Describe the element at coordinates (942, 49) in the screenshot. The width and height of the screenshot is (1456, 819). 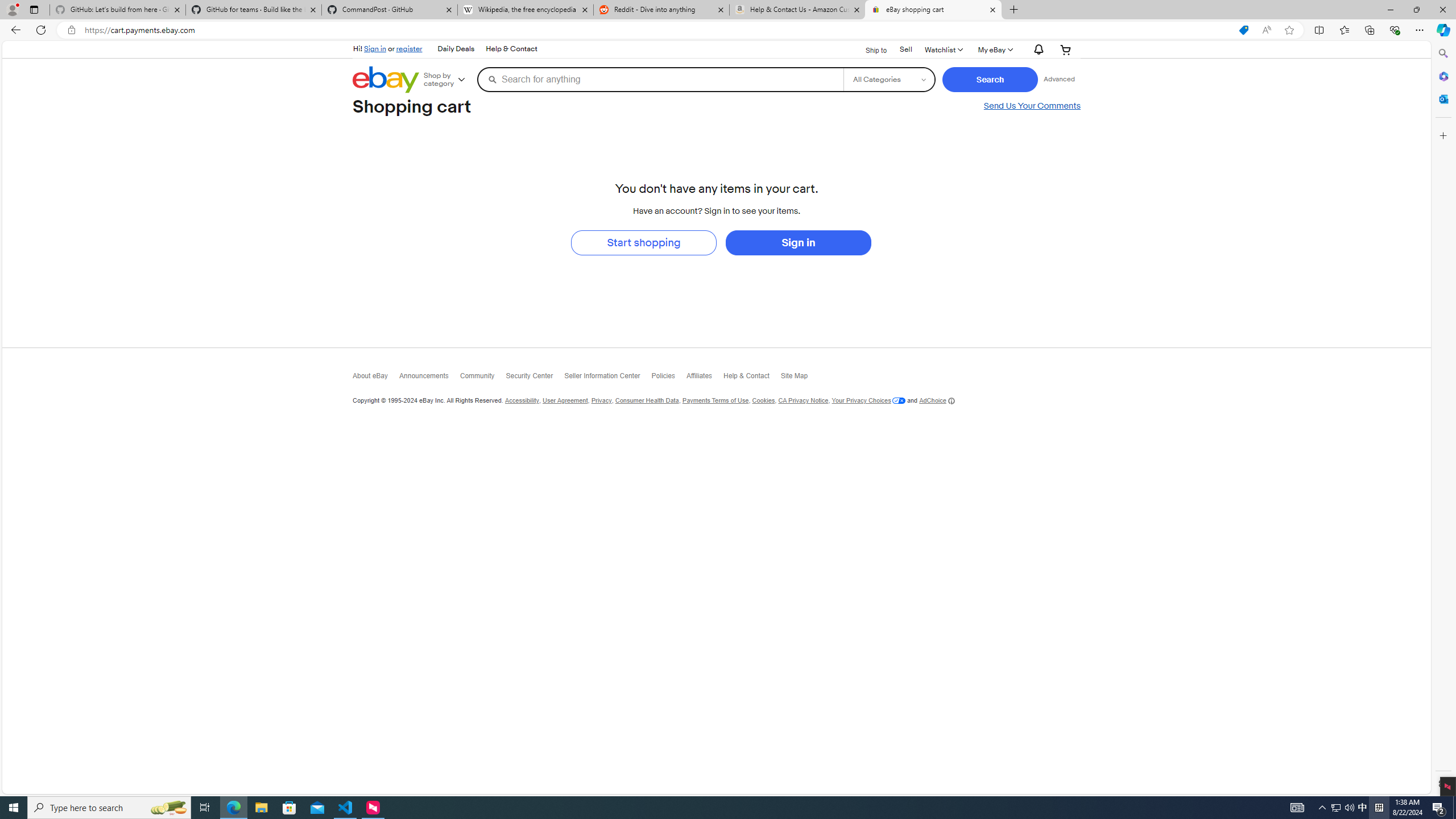
I see `'WatchlistExpand Watch List'` at that location.